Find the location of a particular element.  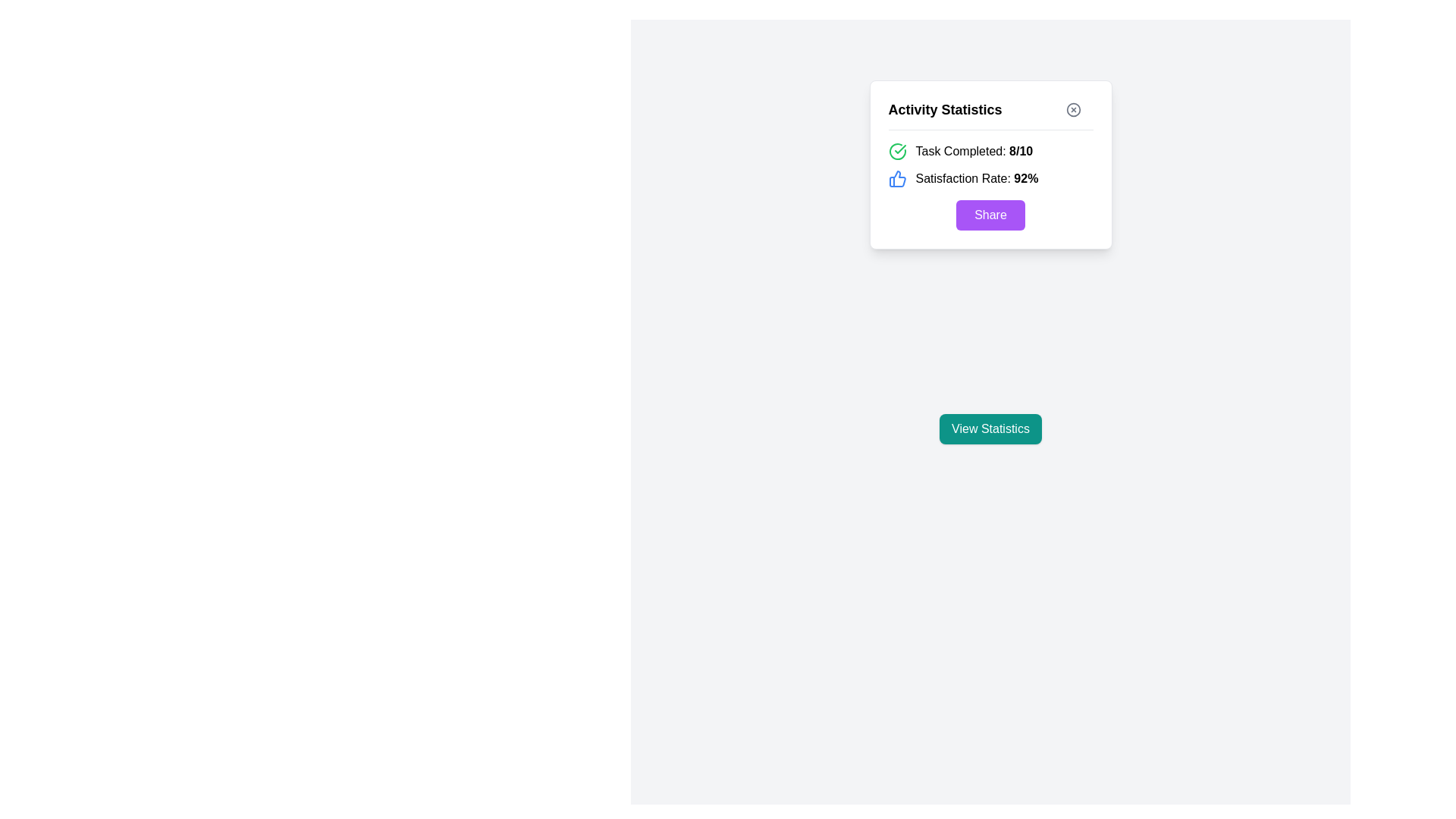

the close icon button located at the top-right corner of the 'Activity Statistics' card is located at coordinates (1072, 109).